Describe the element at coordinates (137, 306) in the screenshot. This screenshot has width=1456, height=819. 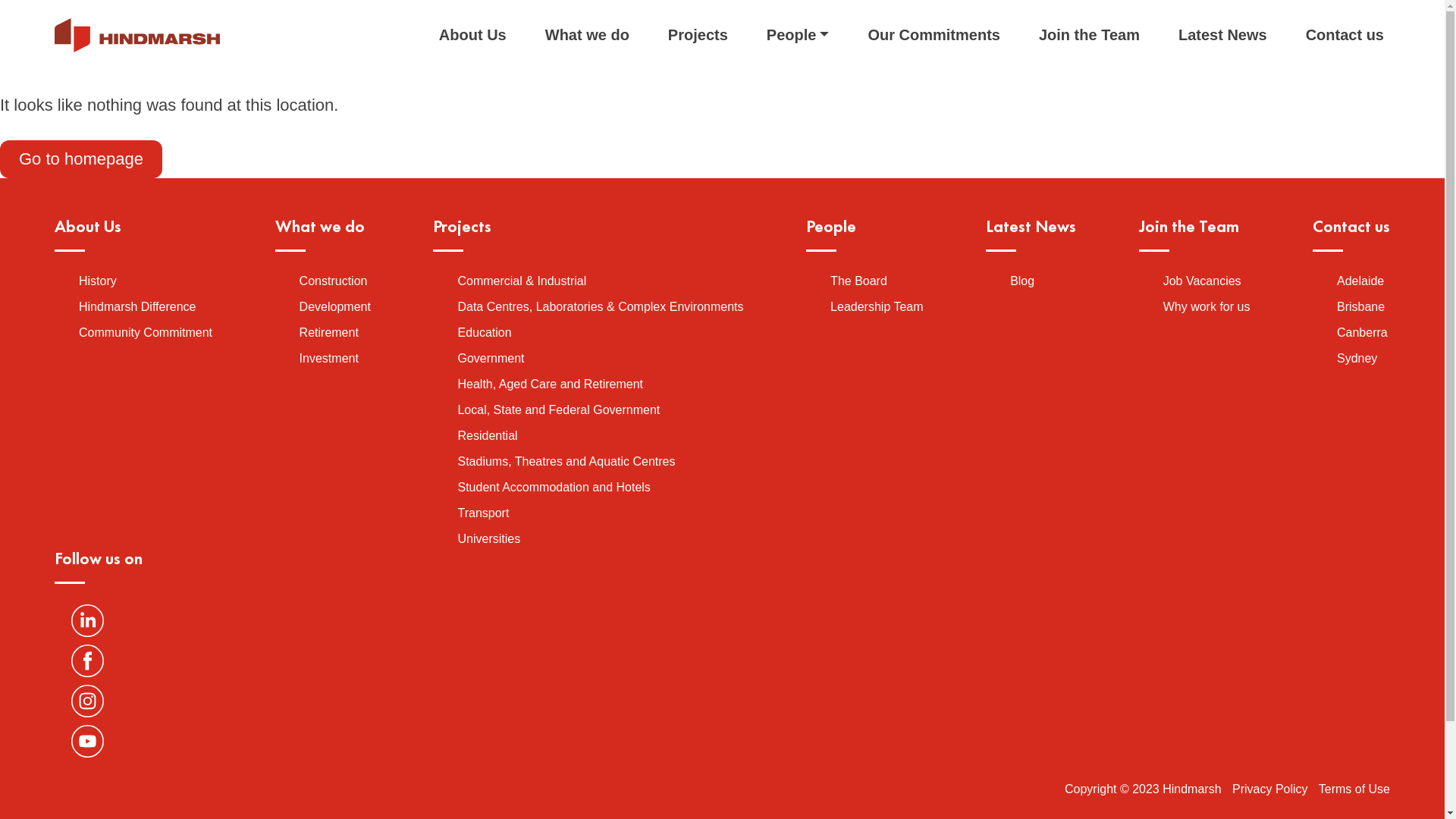
I see `'Hindmarsh Difference'` at that location.